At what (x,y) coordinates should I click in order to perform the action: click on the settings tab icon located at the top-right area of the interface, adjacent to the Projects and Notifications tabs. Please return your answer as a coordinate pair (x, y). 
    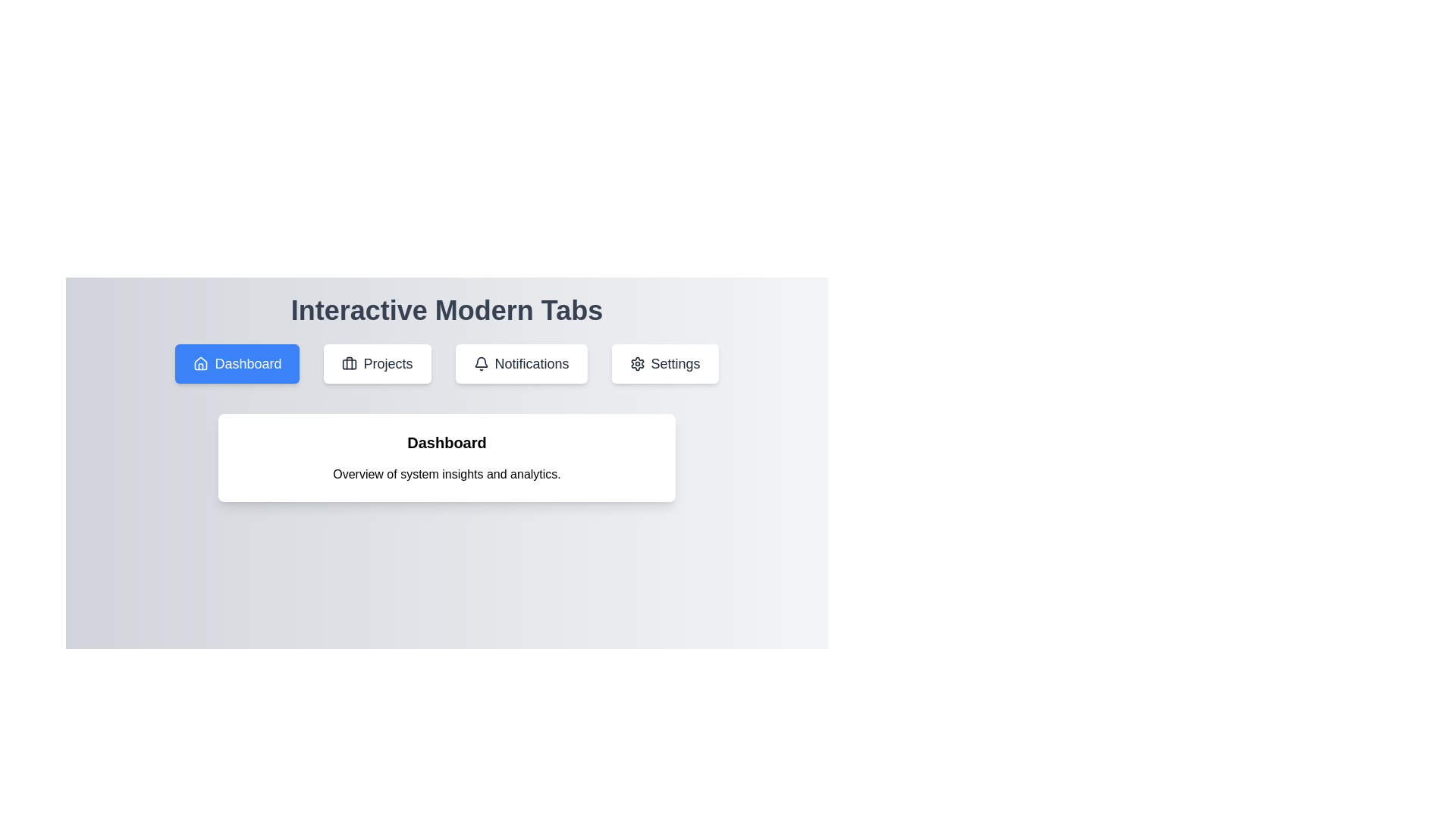
    Looking at the image, I should click on (637, 363).